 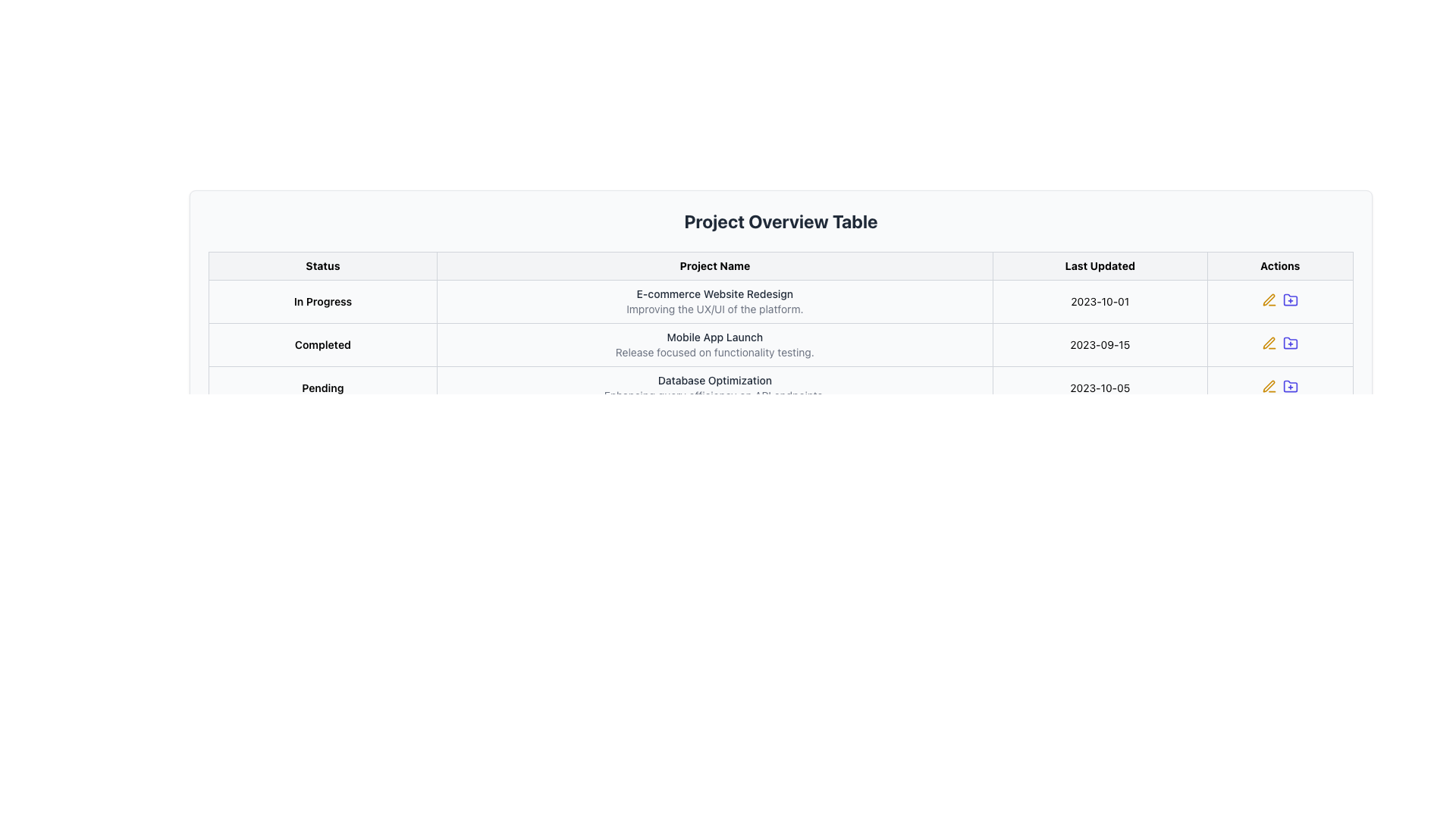 I want to click on the folder icon within the actions column of the table for the 'Mobile App Launch' project, so click(x=1279, y=345).